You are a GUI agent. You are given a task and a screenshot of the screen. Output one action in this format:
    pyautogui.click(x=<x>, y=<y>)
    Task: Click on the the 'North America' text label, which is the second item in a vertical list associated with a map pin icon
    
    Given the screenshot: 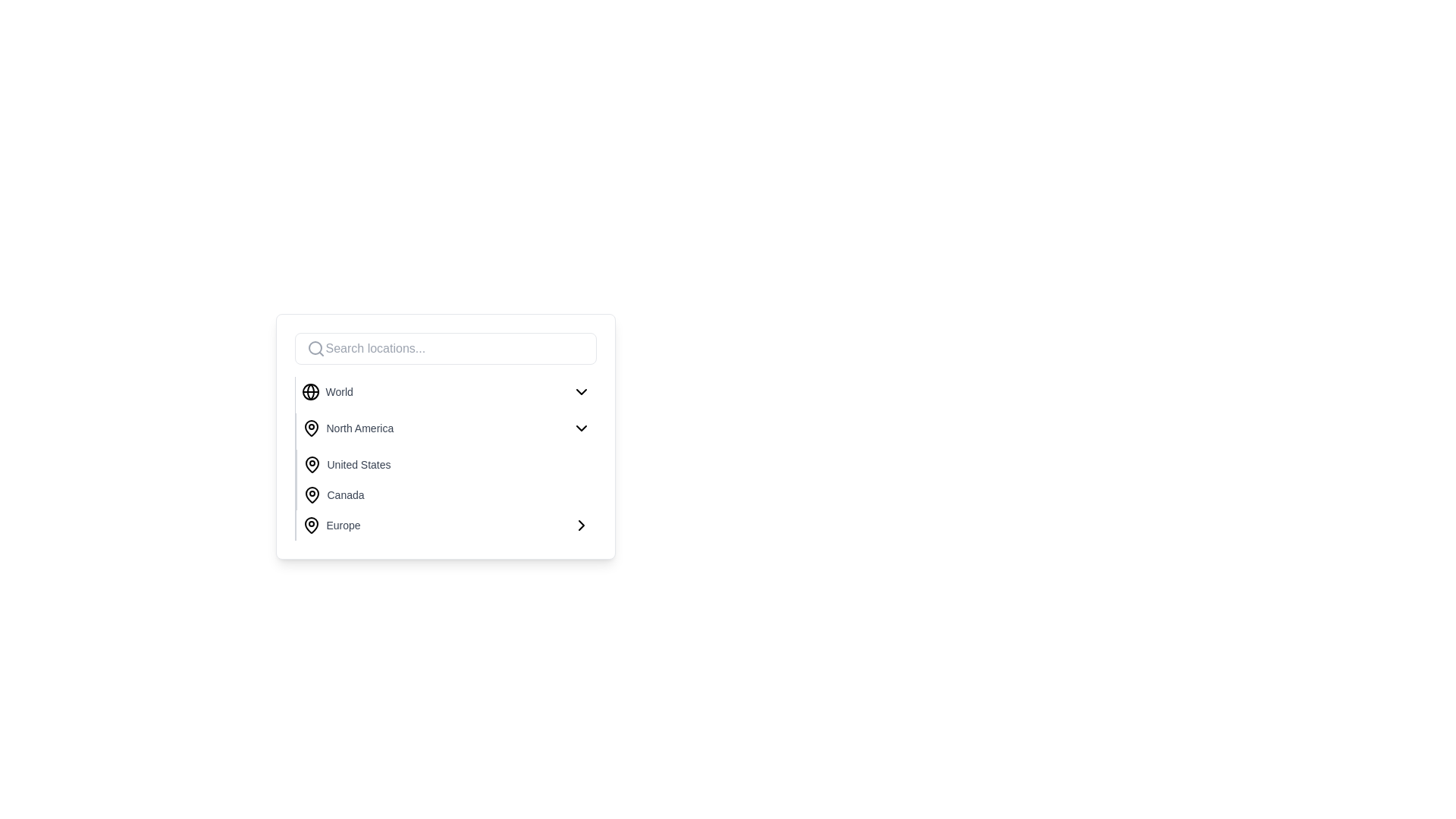 What is the action you would take?
    pyautogui.click(x=359, y=428)
    